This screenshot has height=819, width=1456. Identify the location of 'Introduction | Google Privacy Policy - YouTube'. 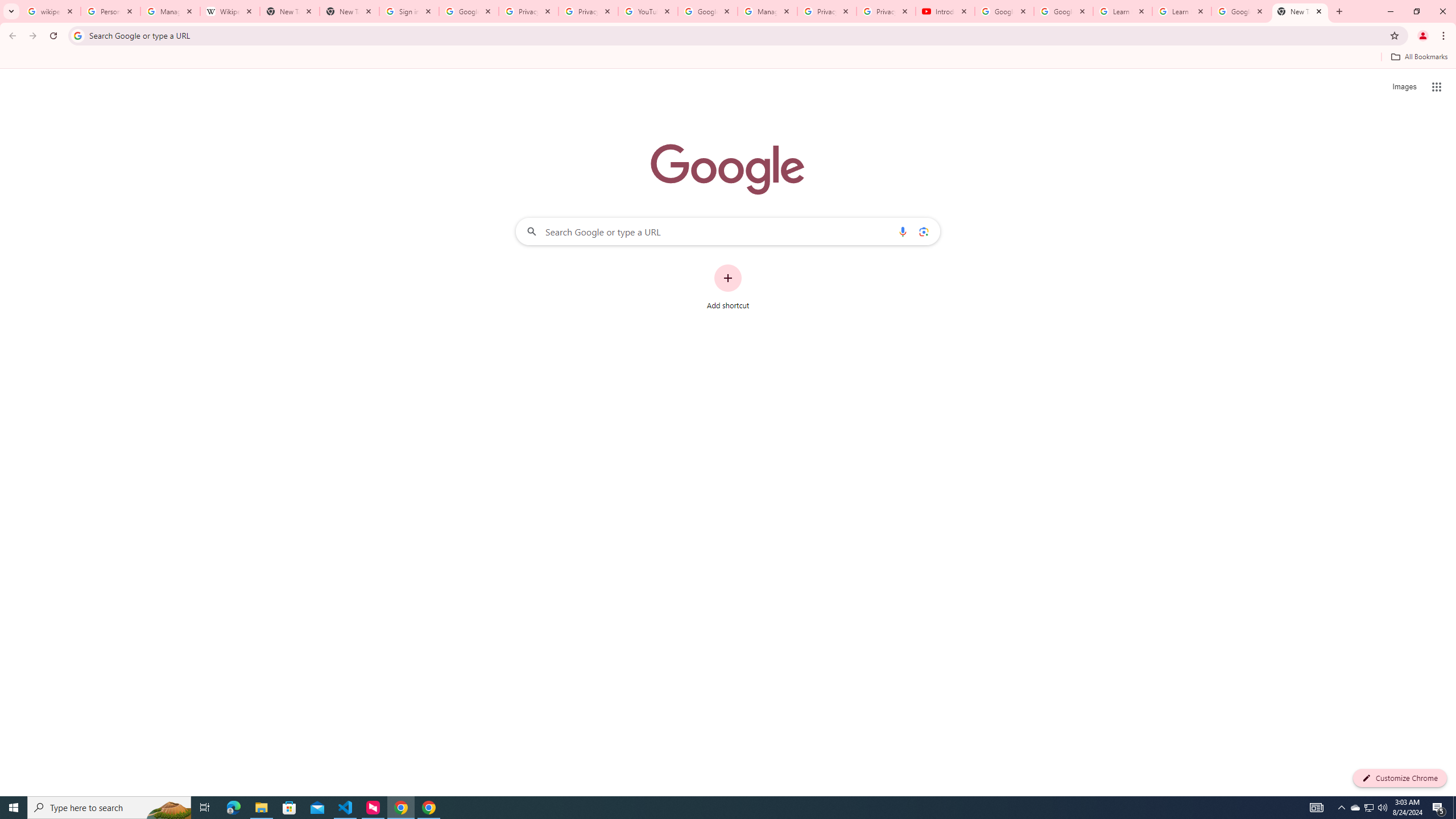
(944, 11).